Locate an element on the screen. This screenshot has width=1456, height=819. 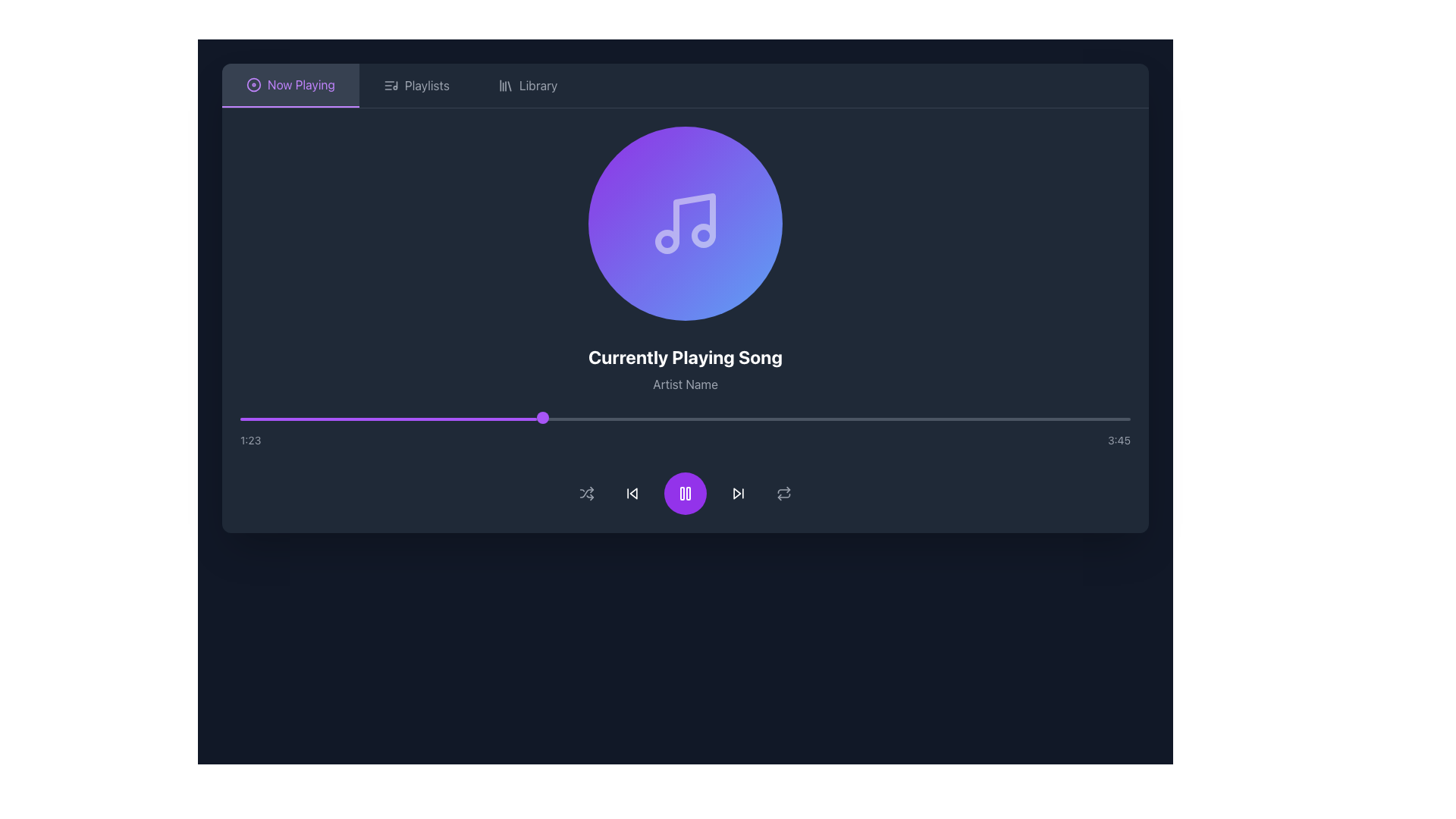
the small filled circle located within the larger music note icon, which is positioned in the upper-center region of the application interface and is the rightmost of three circular components is located at coordinates (702, 236).